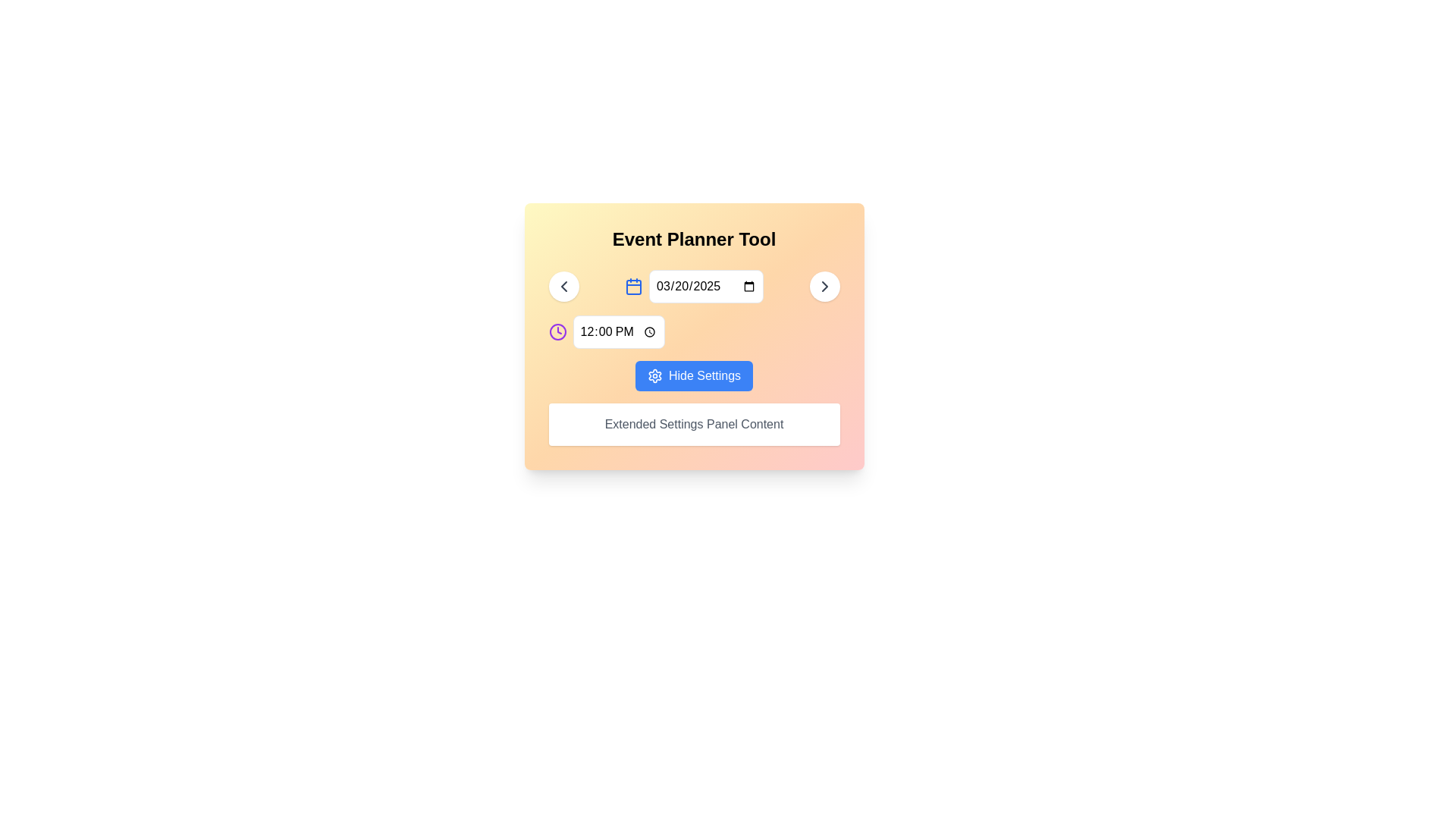 The height and width of the screenshot is (819, 1456). I want to click on the left-pointing arrow button icon, which is styled gray on a light circular background, located on the left side of a widget for navigation or action, so click(563, 287).